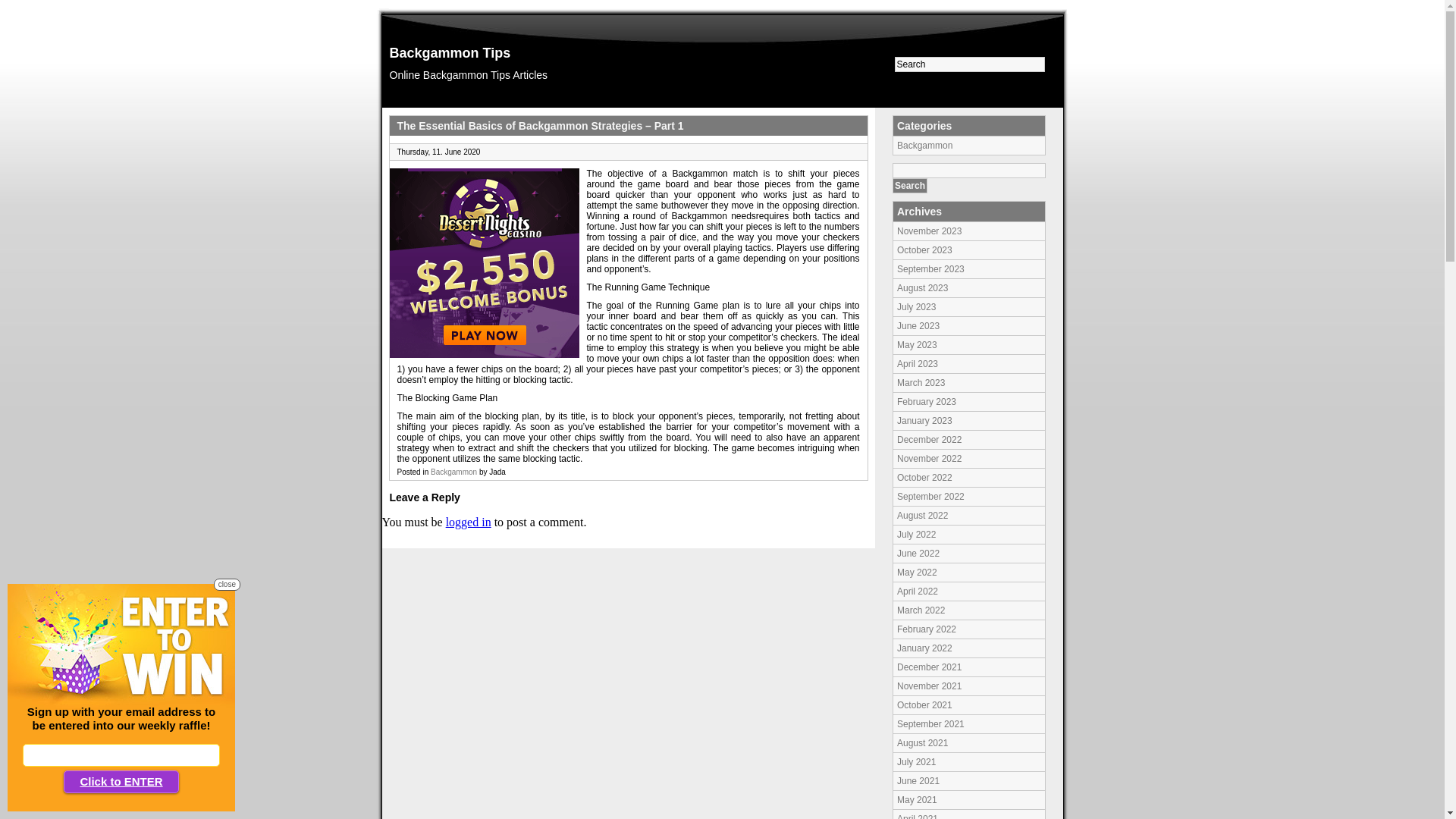 The width and height of the screenshot is (1456, 819). Describe the element at coordinates (916, 590) in the screenshot. I see `'April 2022'` at that location.